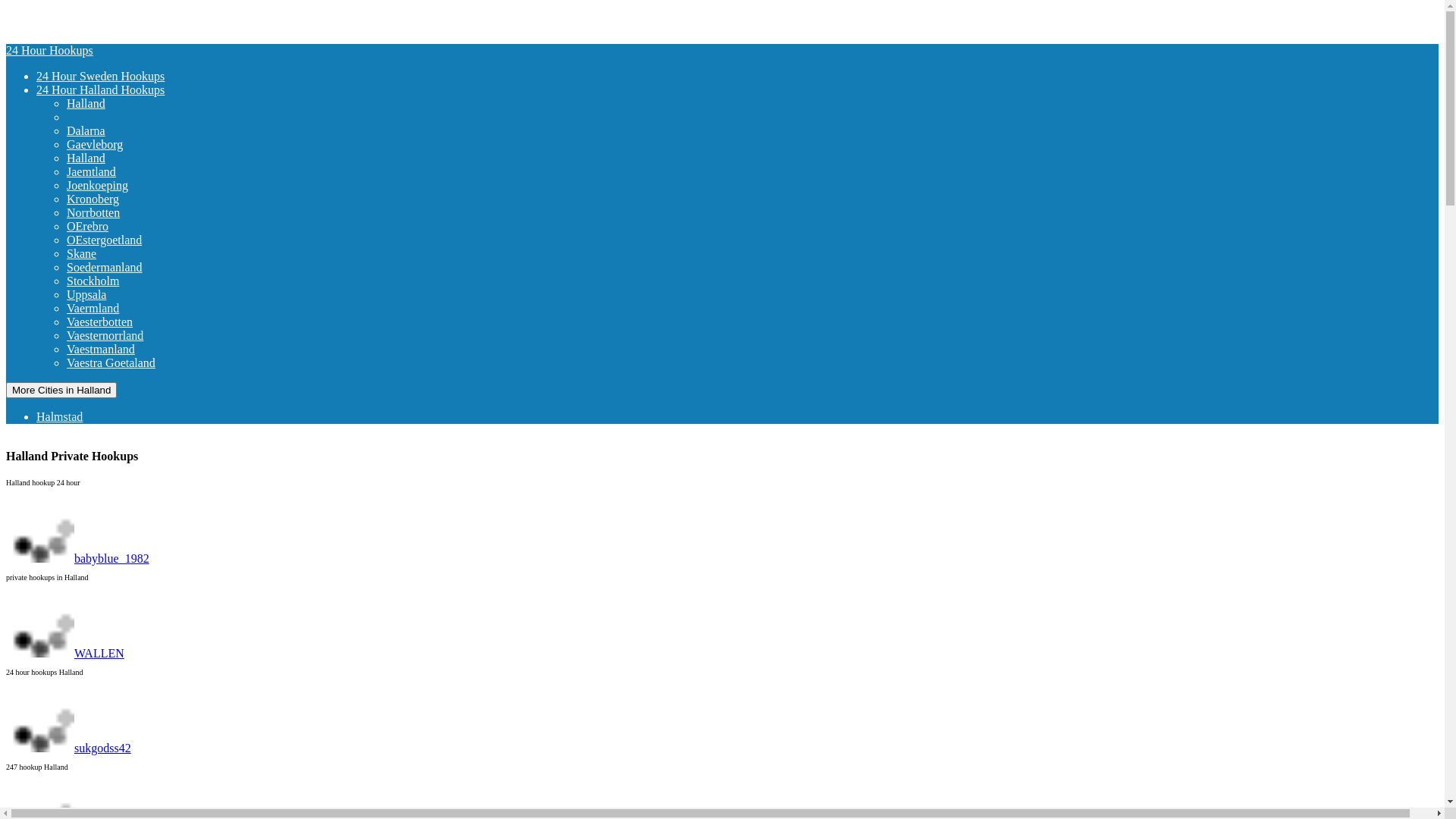 The height and width of the screenshot is (819, 1456). What do you see at coordinates (99, 76) in the screenshot?
I see `'24 Hour Sweden Hookups'` at bounding box center [99, 76].